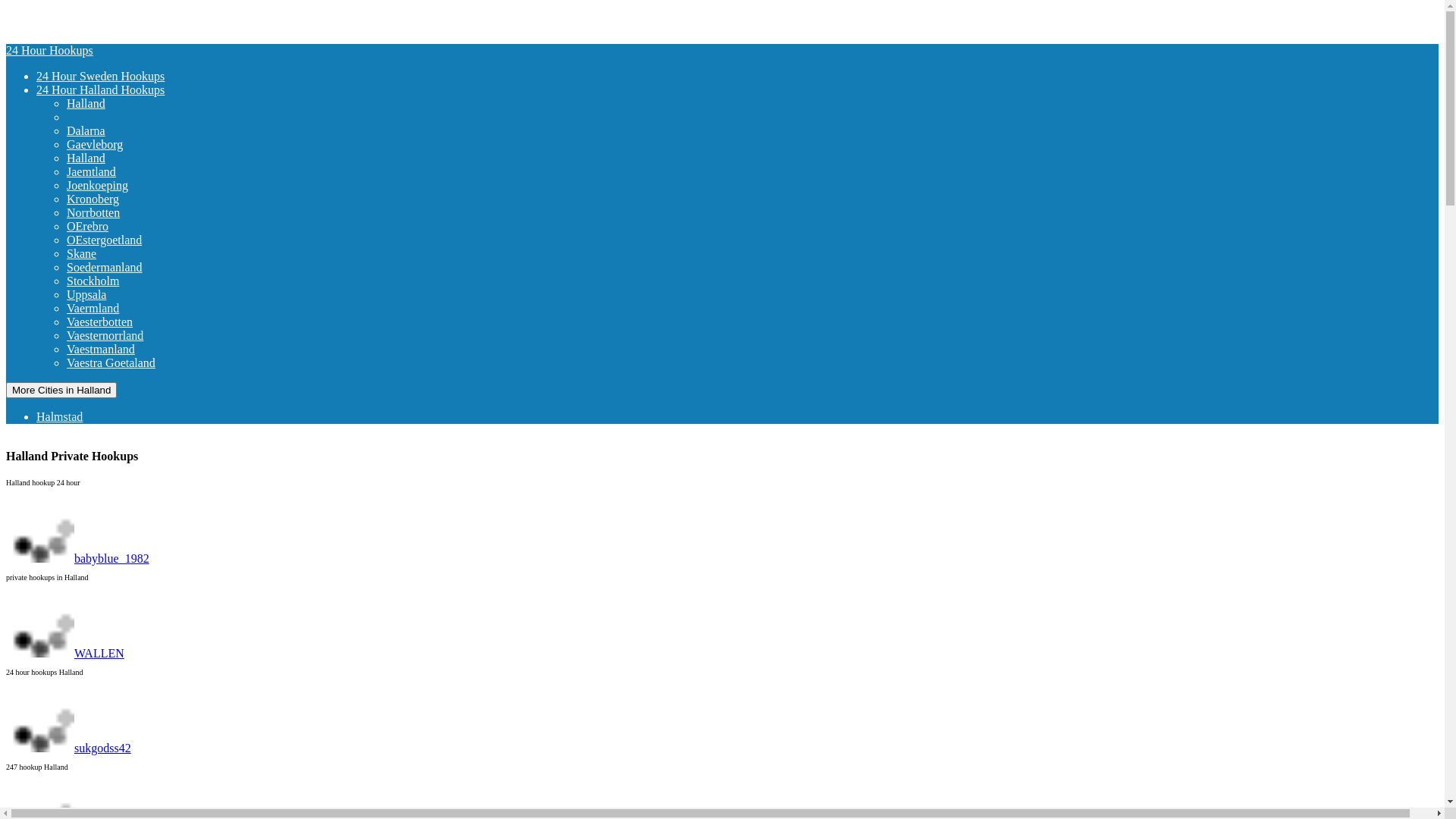 The height and width of the screenshot is (819, 1456). What do you see at coordinates (99, 76) in the screenshot?
I see `'24 Hour Sweden Hookups'` at bounding box center [99, 76].